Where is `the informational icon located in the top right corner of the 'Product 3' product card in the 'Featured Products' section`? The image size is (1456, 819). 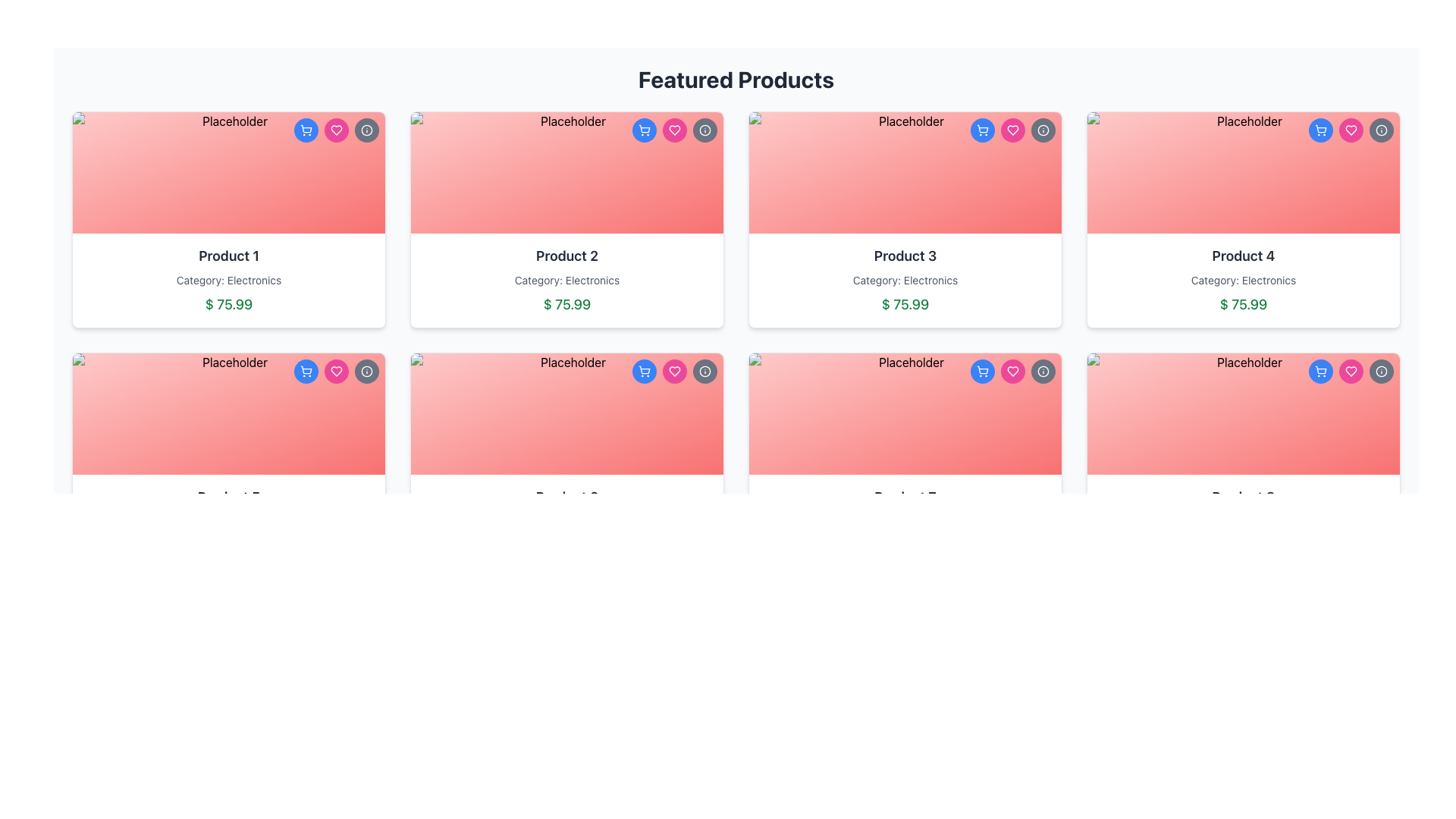
the informational icon located in the top right corner of the 'Product 3' product card in the 'Featured Products' section is located at coordinates (1043, 130).